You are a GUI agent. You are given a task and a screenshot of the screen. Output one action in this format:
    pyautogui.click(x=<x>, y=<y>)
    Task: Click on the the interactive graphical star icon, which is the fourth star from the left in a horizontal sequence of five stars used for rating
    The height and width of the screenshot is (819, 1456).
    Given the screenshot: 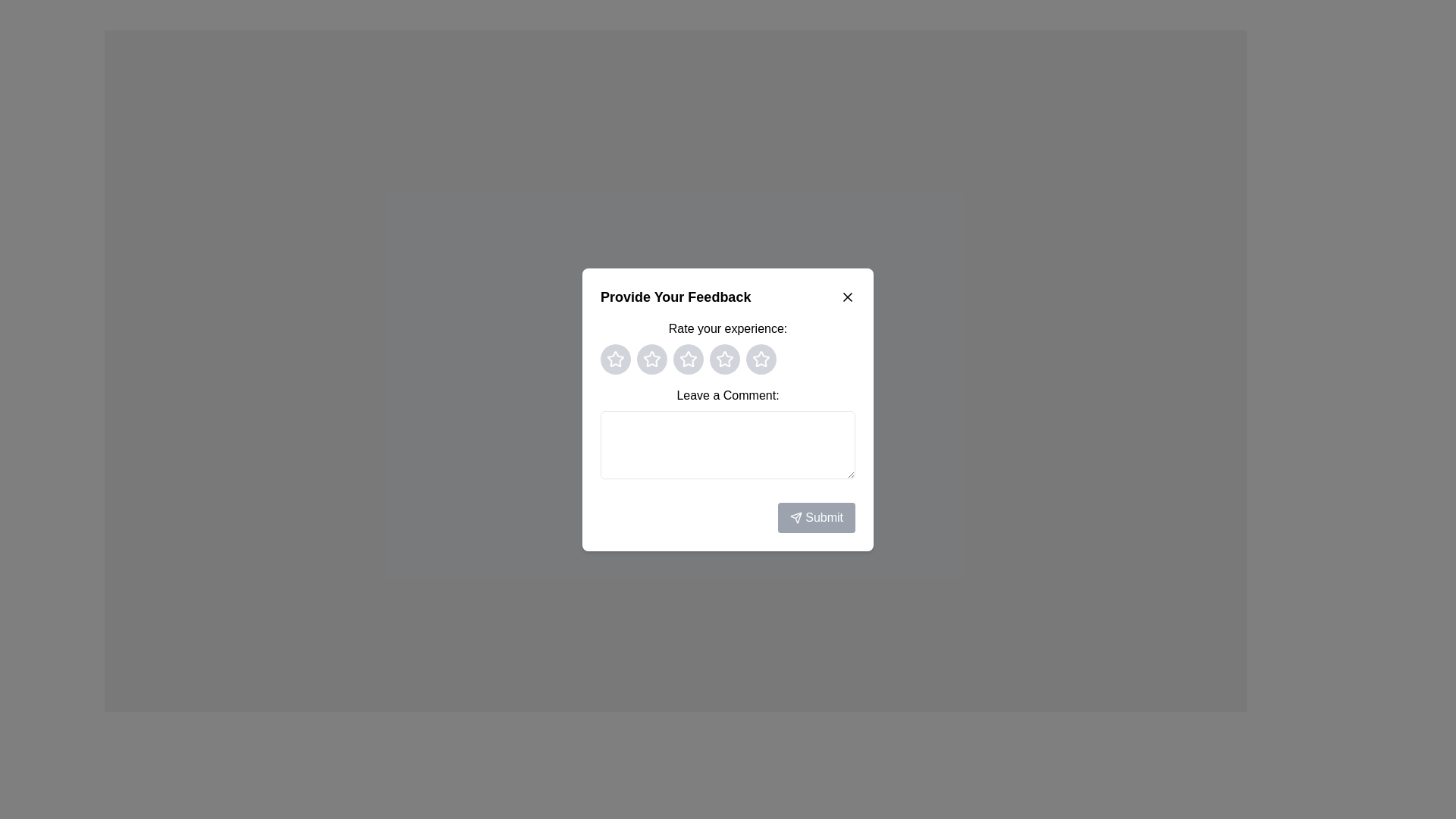 What is the action you would take?
    pyautogui.click(x=761, y=359)
    